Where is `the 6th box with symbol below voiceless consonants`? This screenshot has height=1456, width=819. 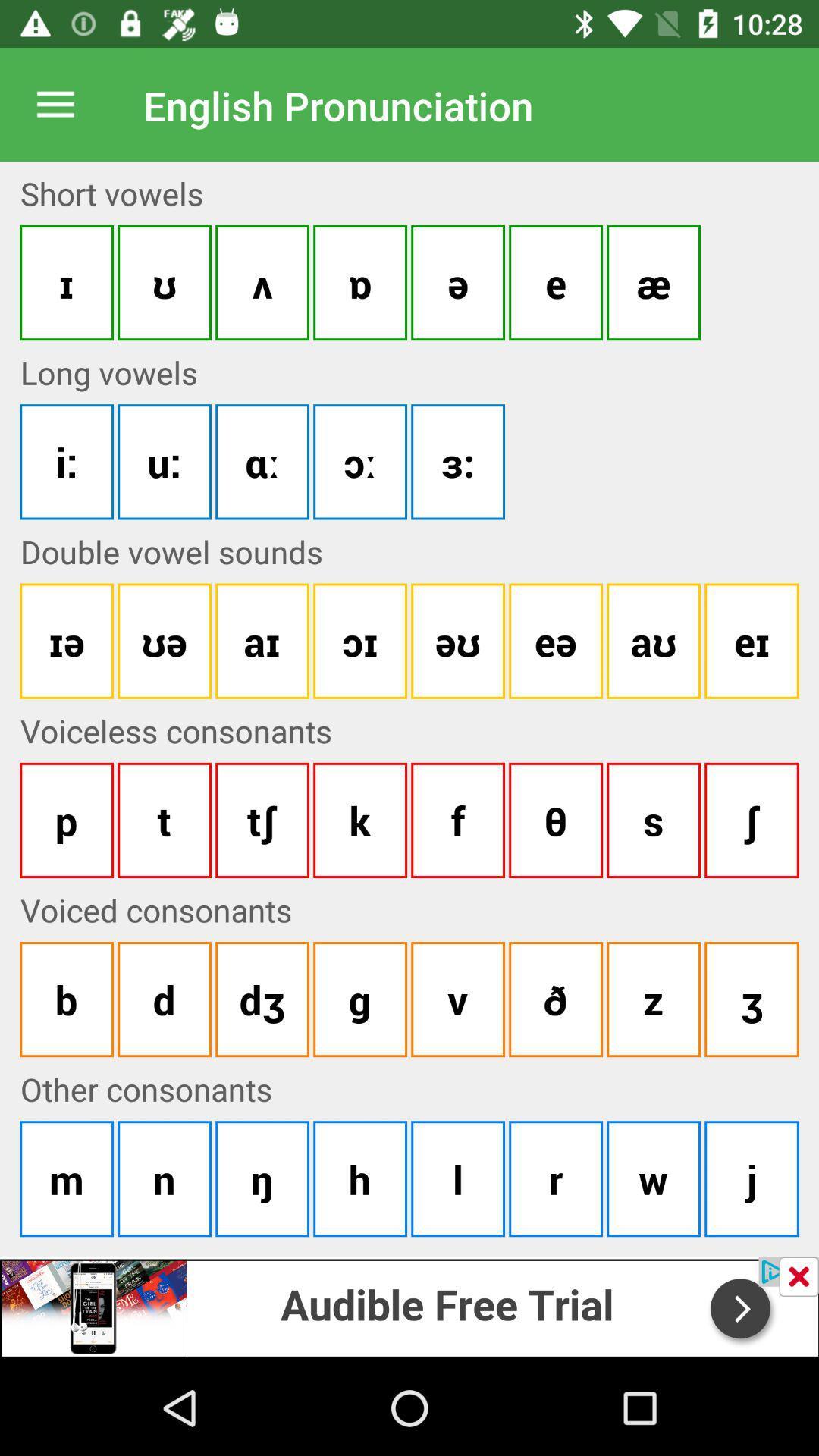
the 6th box with symbol below voiceless consonants is located at coordinates (555, 819).